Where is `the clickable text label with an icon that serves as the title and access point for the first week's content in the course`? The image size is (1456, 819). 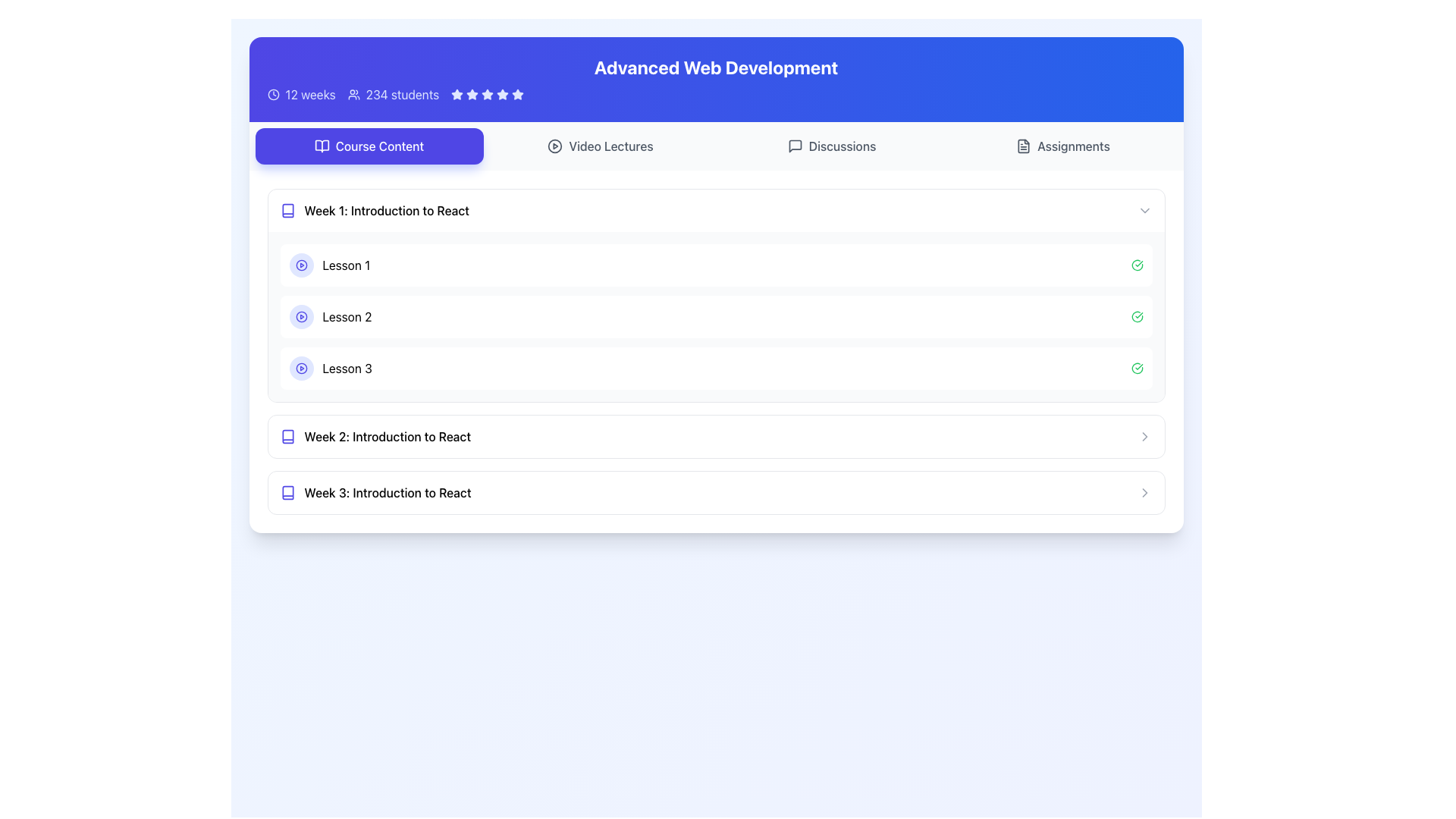
the clickable text label with an icon that serves as the title and access point for the first week's content in the course is located at coordinates (375, 210).